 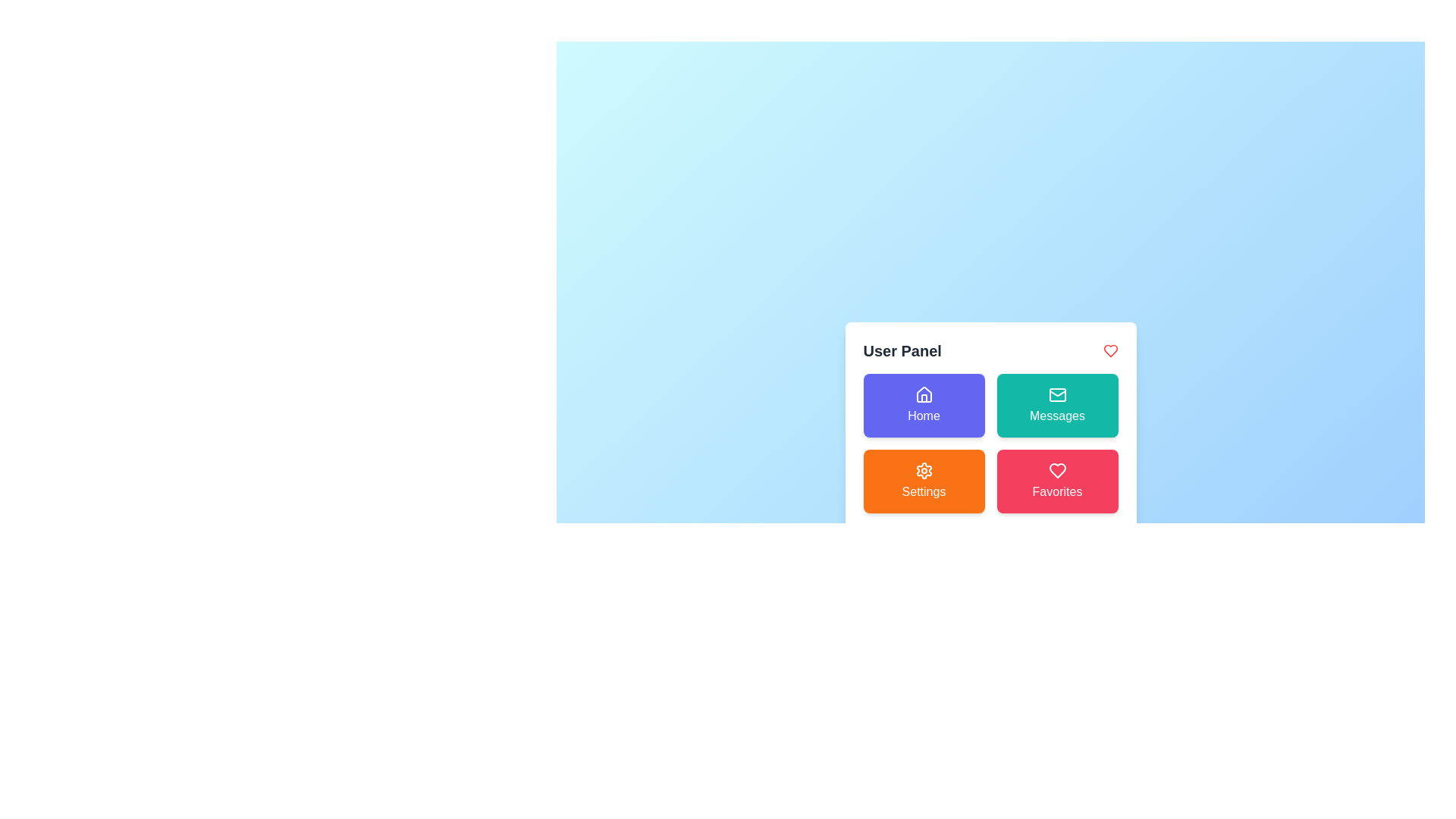 What do you see at coordinates (923, 470) in the screenshot?
I see `the orange cogwheel icon within the Settings button, which is located in the second row, first column of the option grid under the User Panel header` at bounding box center [923, 470].